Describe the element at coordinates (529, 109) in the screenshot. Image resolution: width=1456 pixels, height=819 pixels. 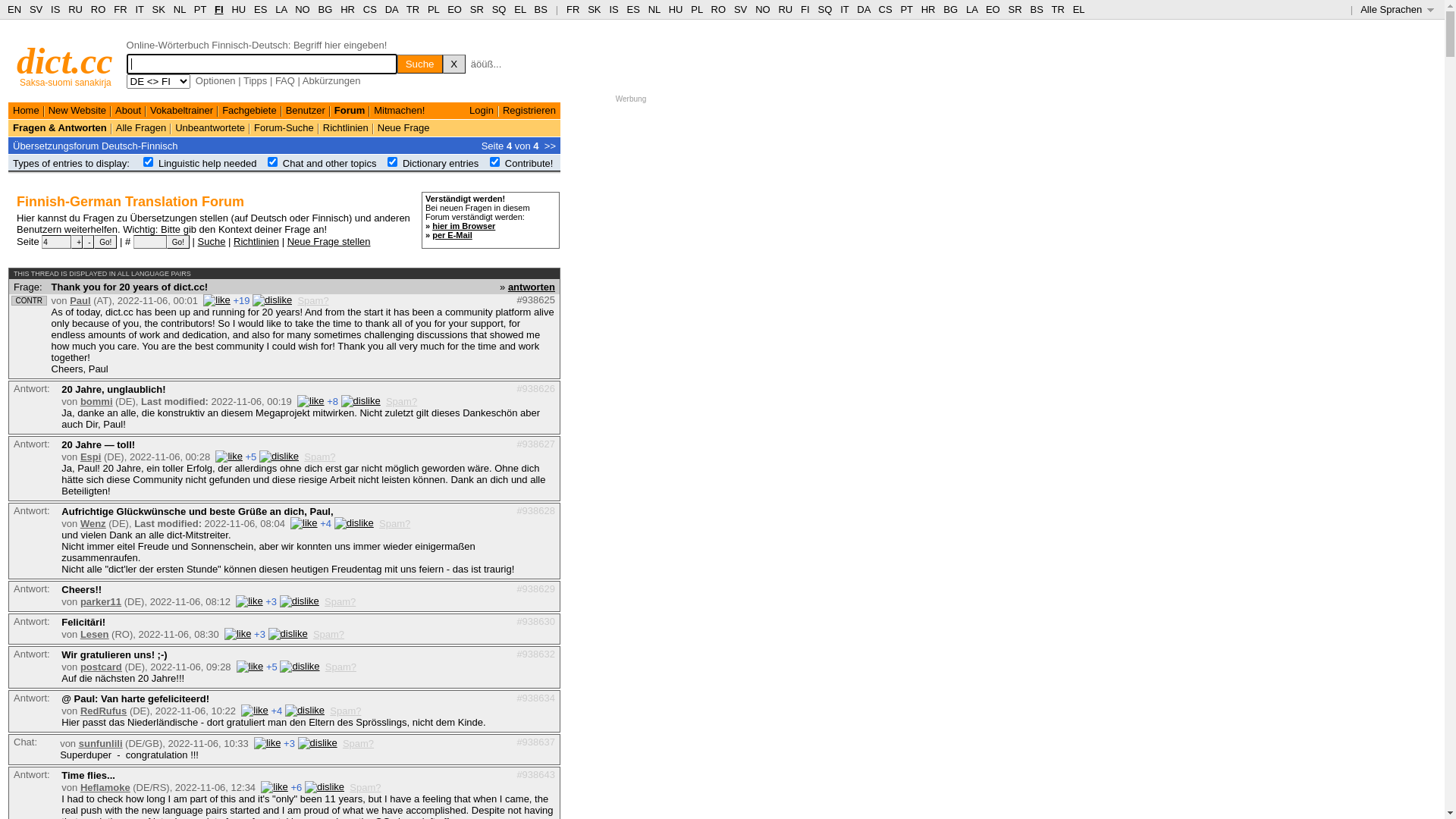
I see `'Registrieren'` at that location.